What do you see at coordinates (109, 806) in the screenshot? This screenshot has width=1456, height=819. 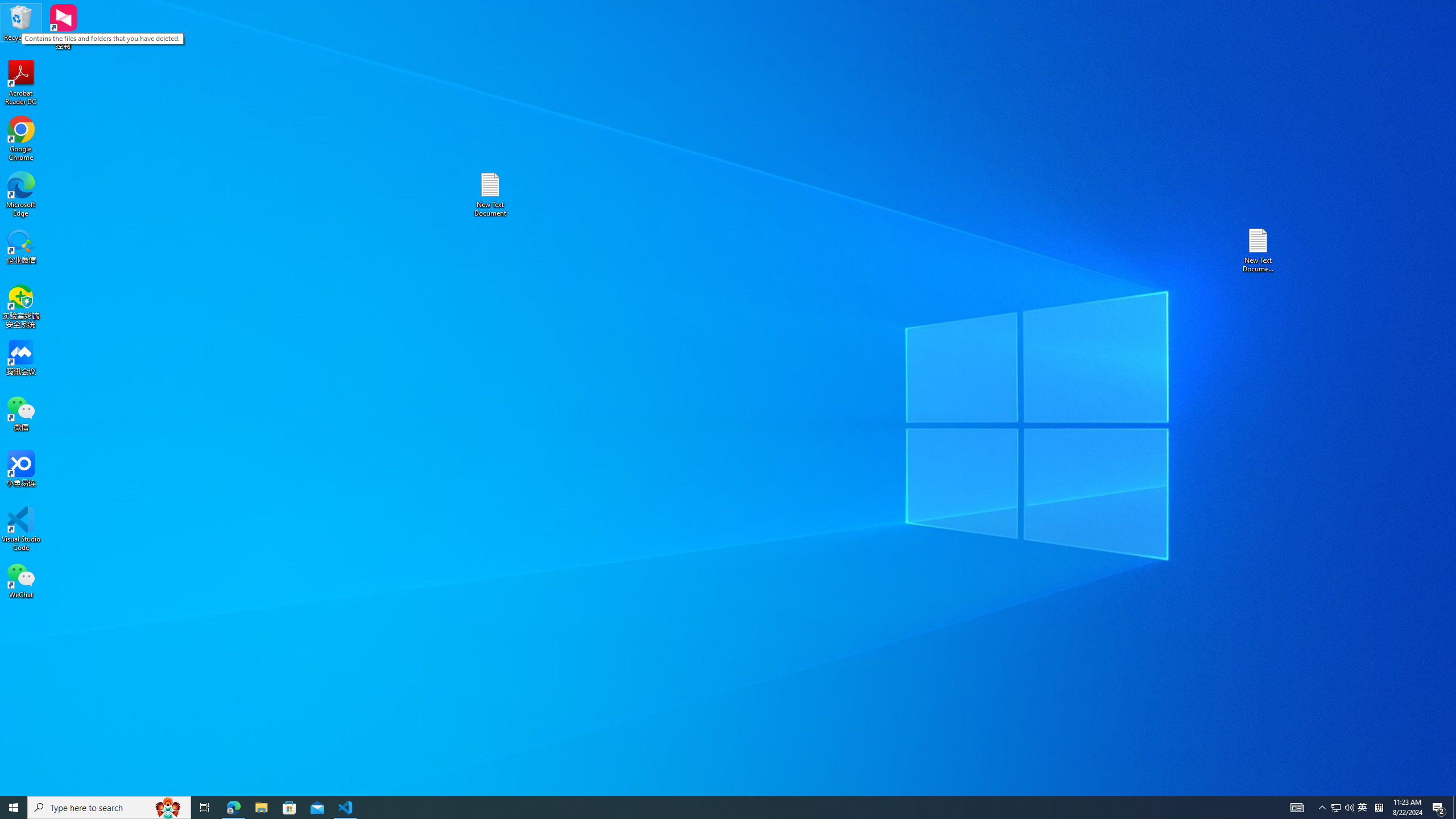 I see `'Type here to search'` at bounding box center [109, 806].